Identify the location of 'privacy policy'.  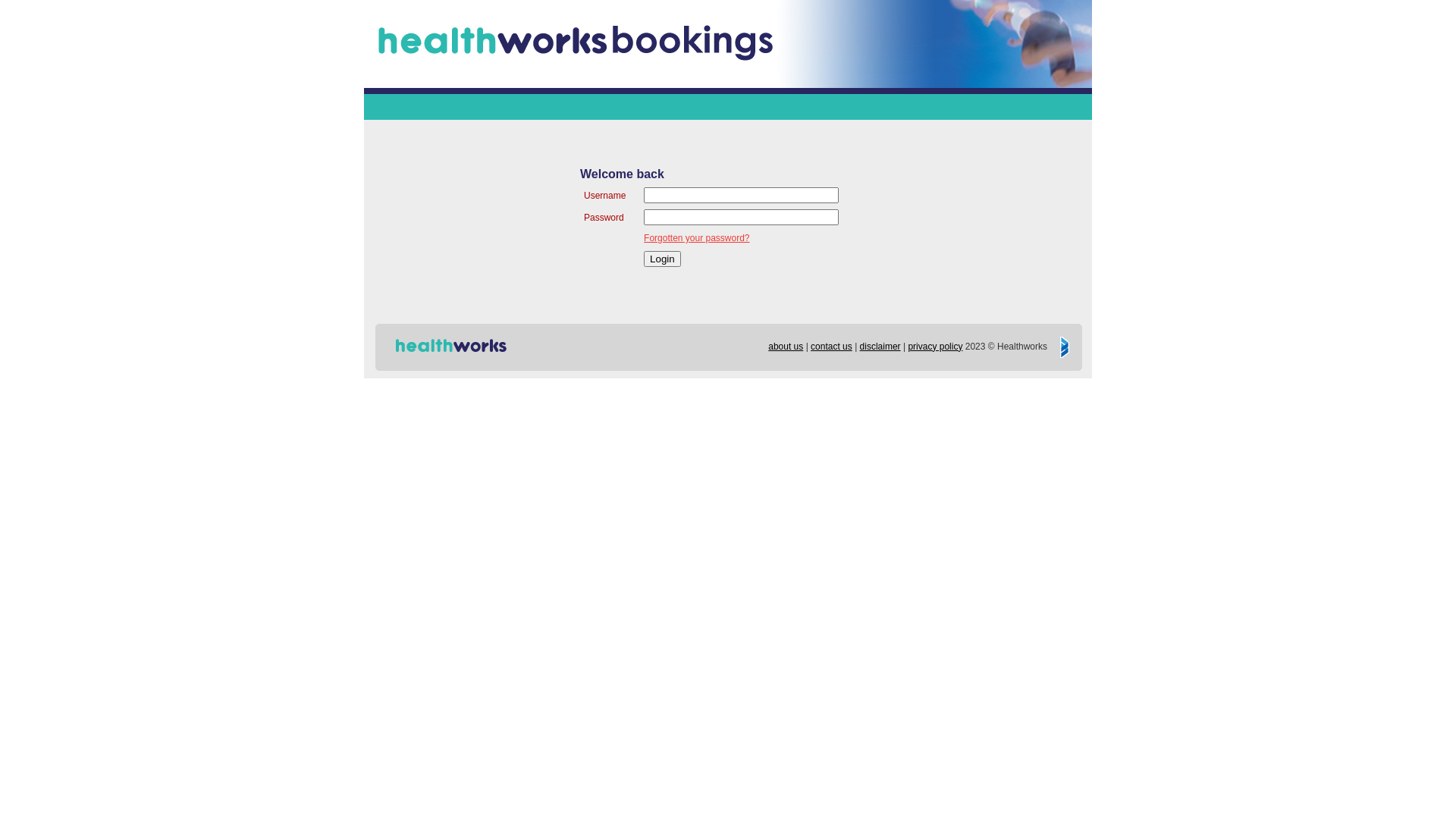
(907, 346).